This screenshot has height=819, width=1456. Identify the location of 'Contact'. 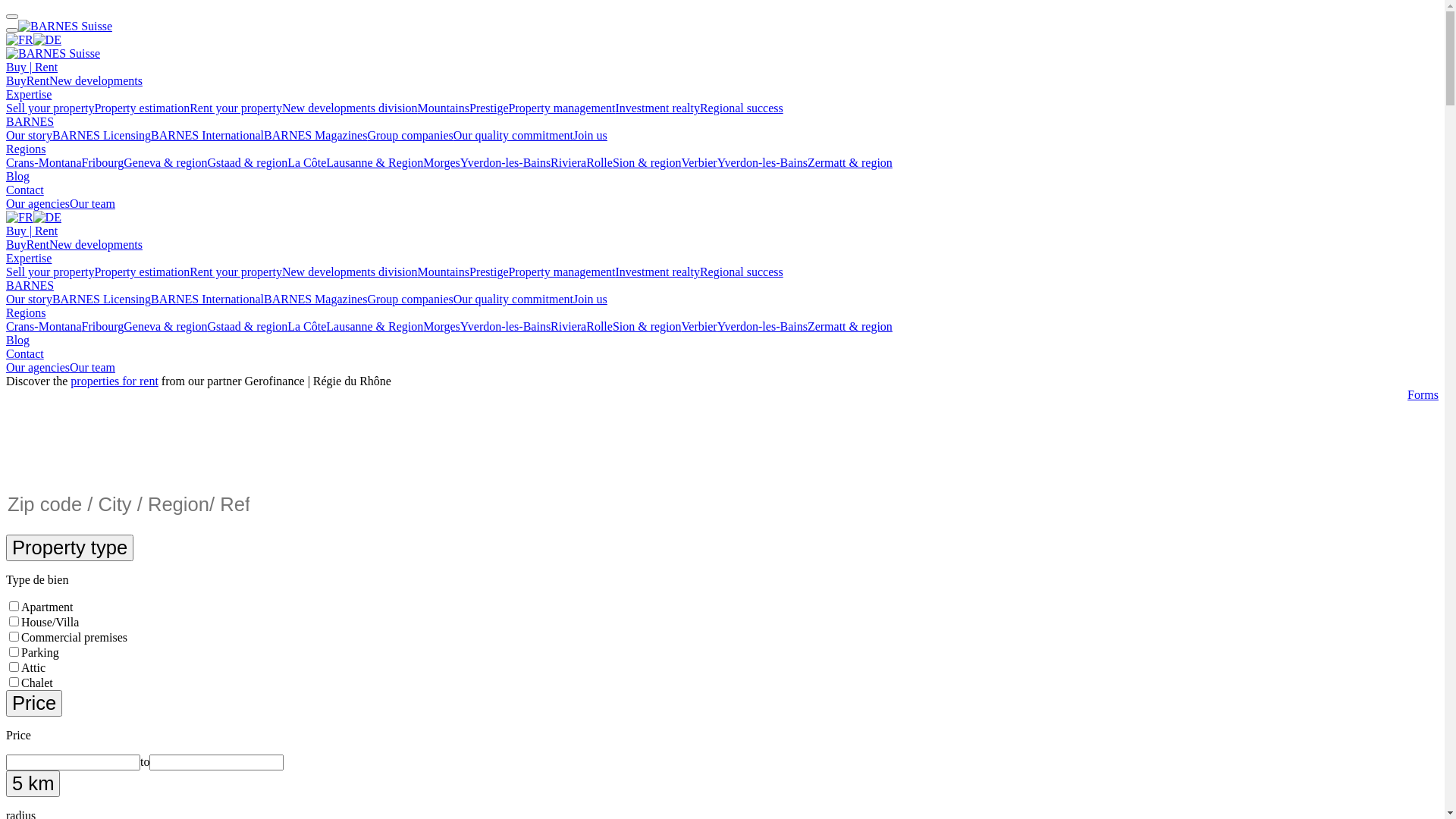
(25, 353).